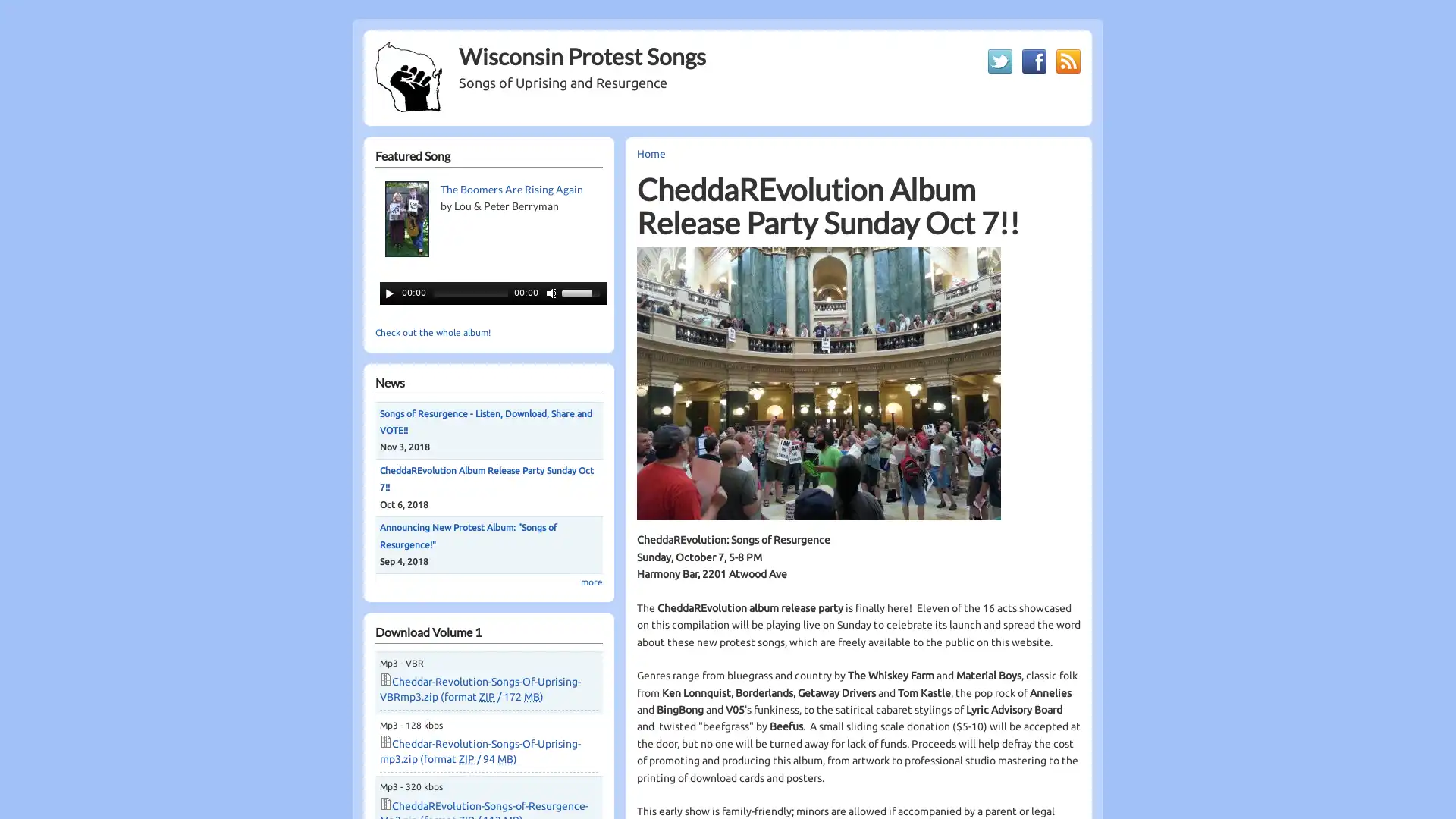  I want to click on Mute Toggle, so click(551, 292).